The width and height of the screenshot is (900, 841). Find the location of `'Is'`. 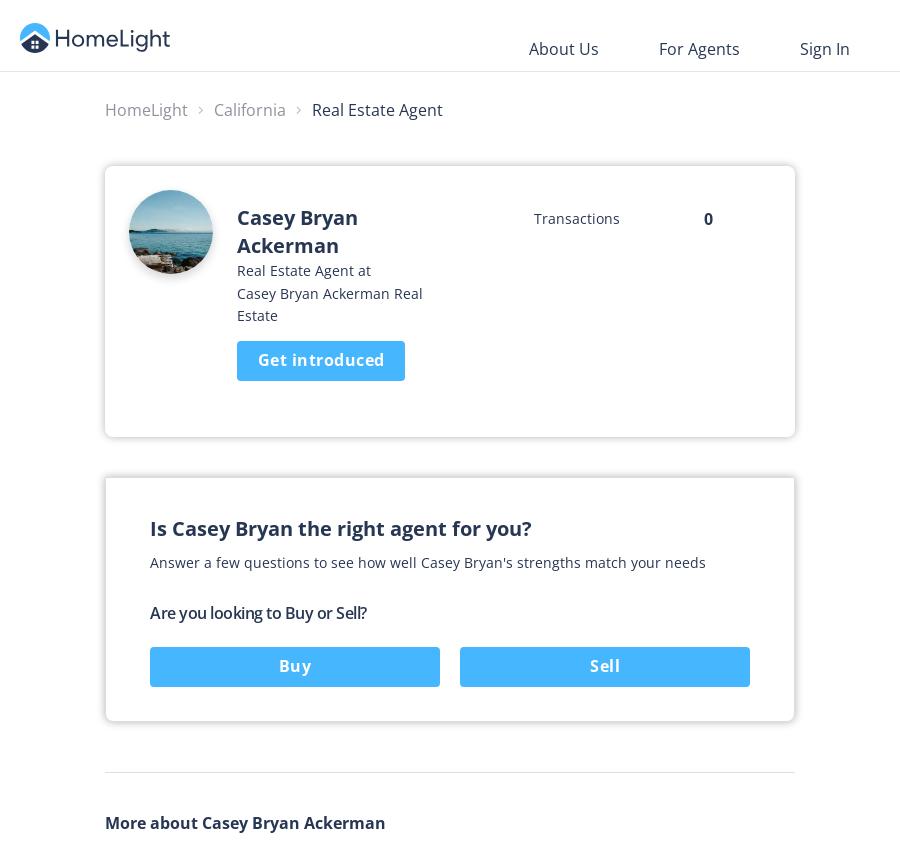

'Is' is located at coordinates (161, 528).